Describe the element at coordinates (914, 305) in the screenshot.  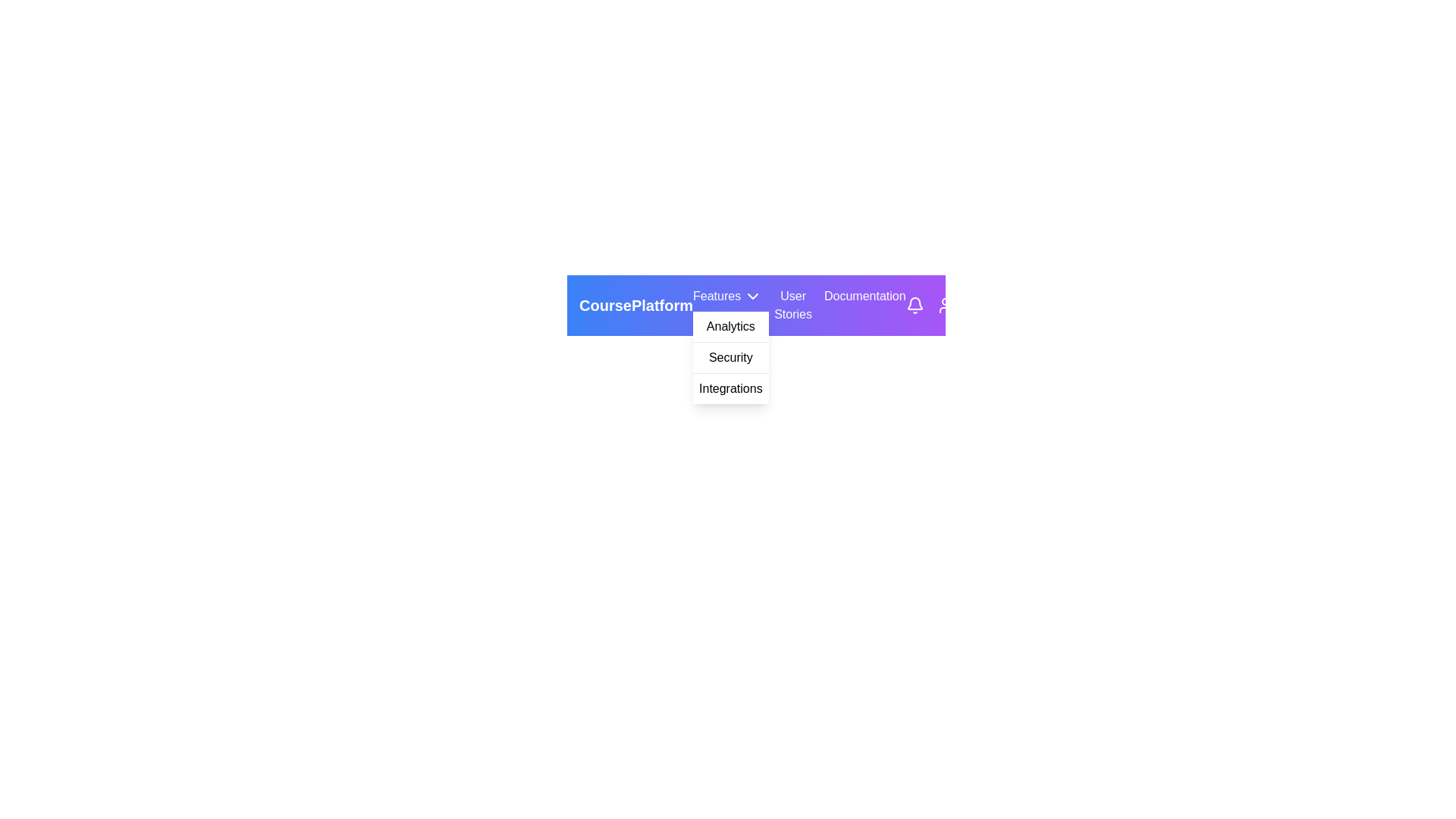
I see `the notification icon button located on the far right side of the navigation bar` at that location.